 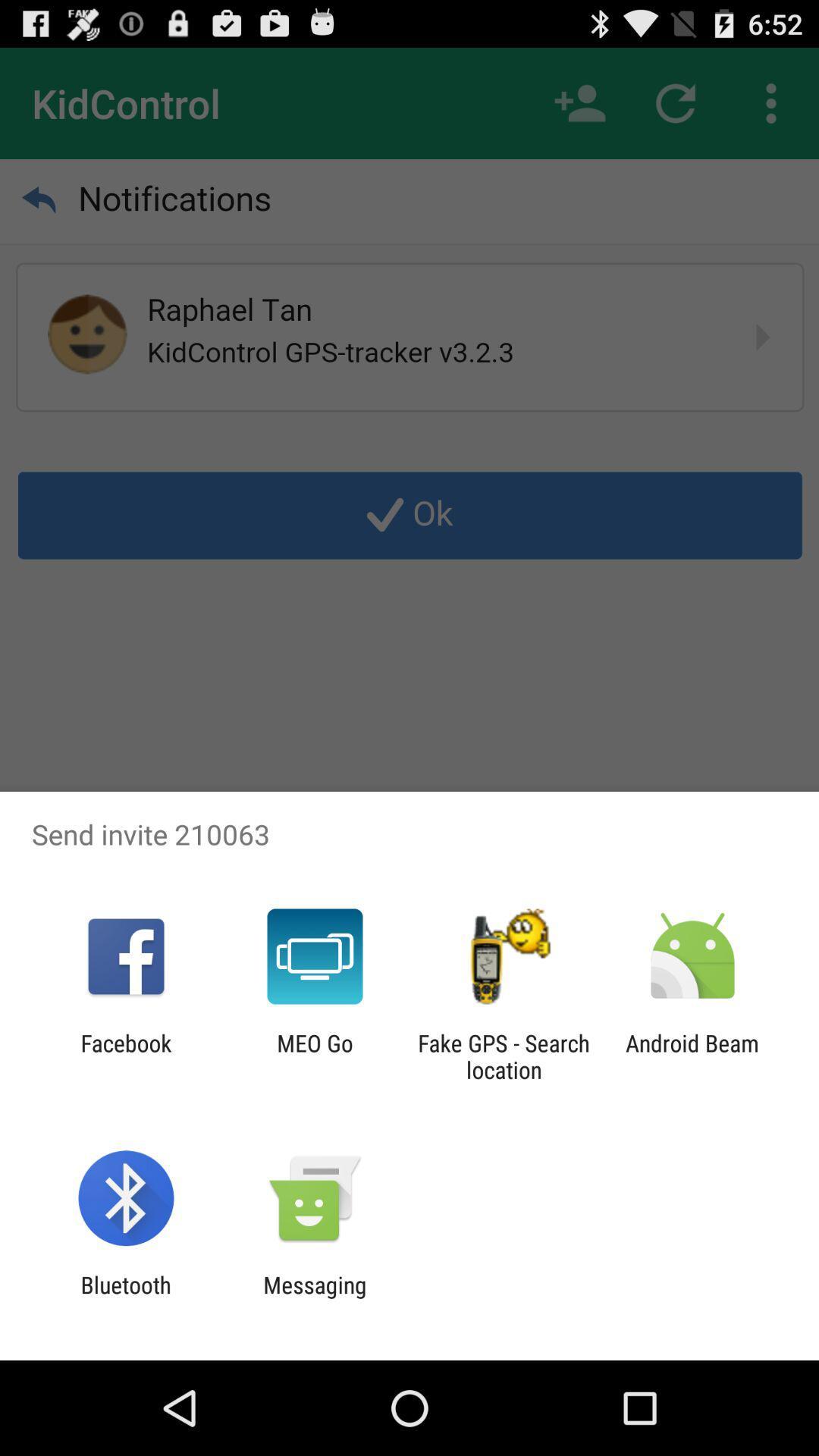 What do you see at coordinates (125, 1298) in the screenshot?
I see `the bluetooth` at bounding box center [125, 1298].